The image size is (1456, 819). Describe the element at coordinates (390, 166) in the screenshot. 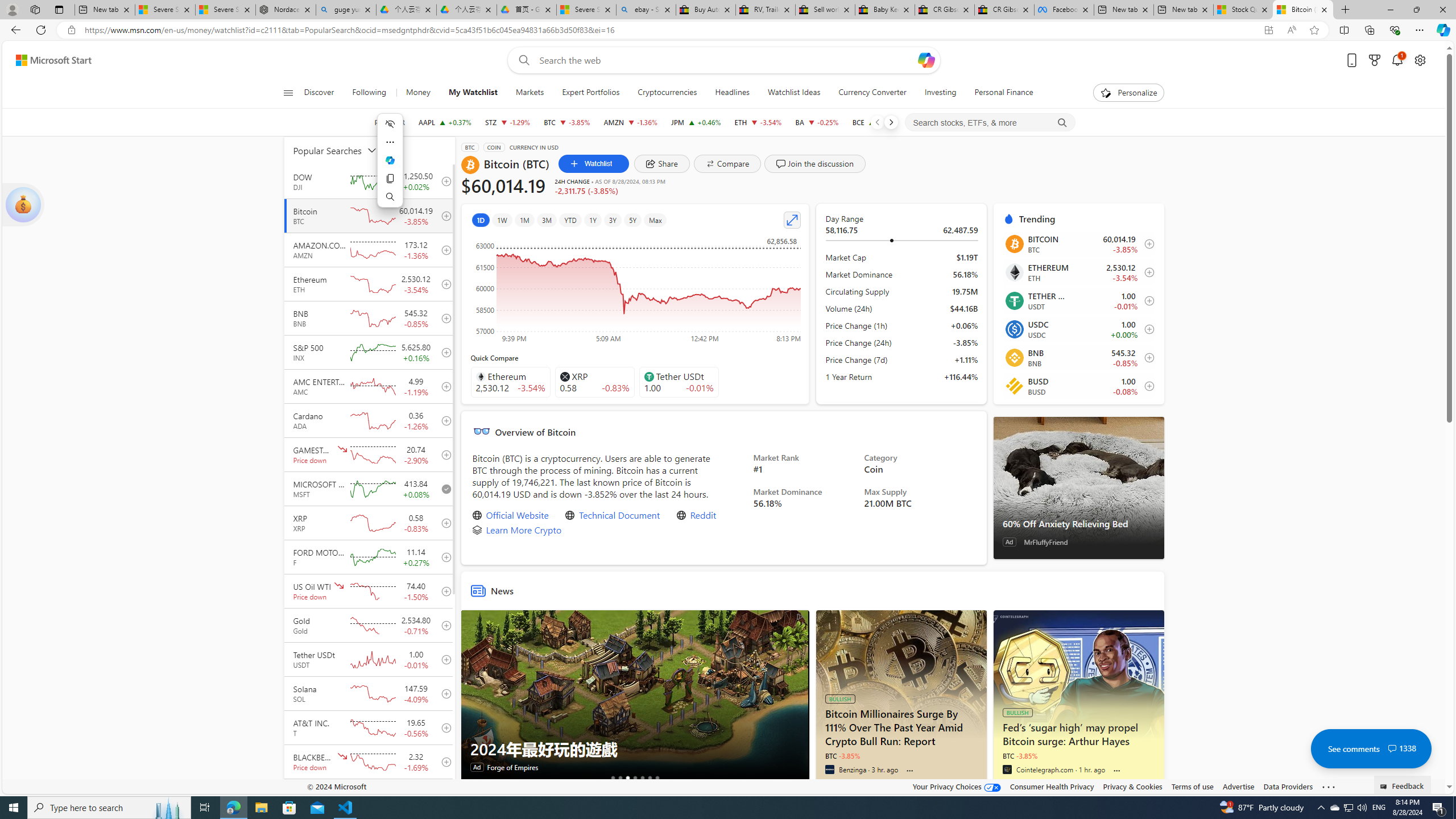

I see `'Mini menu on text selection'` at that location.